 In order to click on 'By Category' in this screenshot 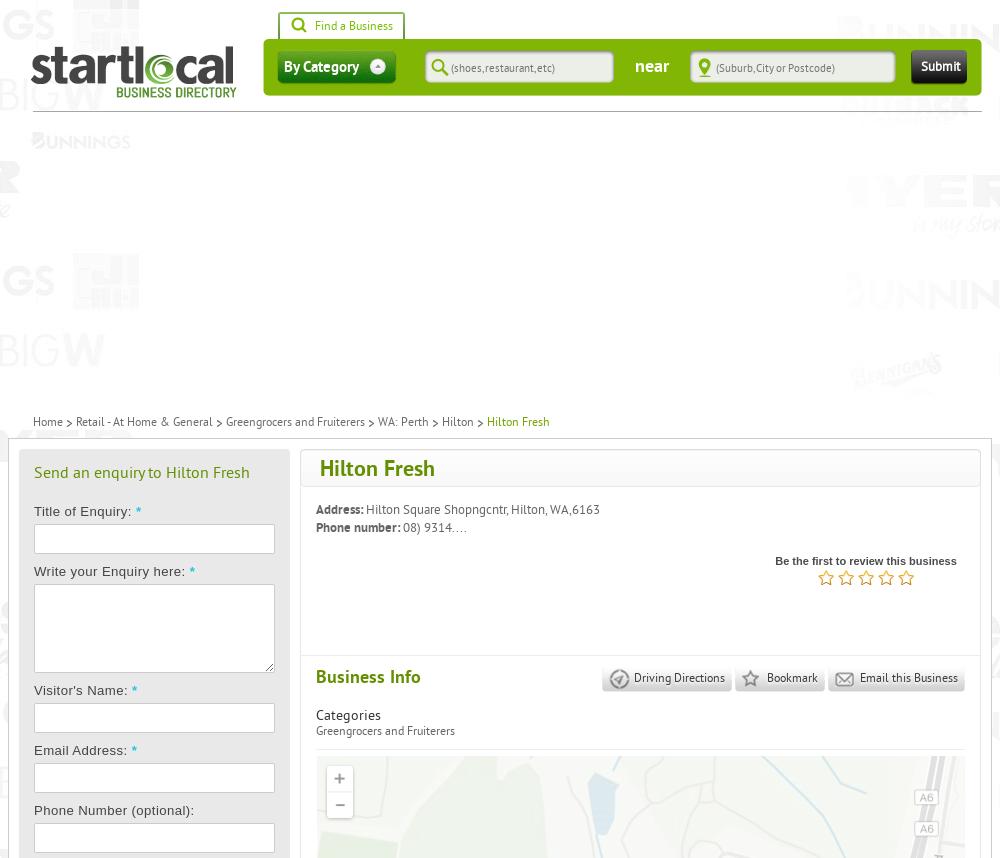, I will do `click(284, 66)`.